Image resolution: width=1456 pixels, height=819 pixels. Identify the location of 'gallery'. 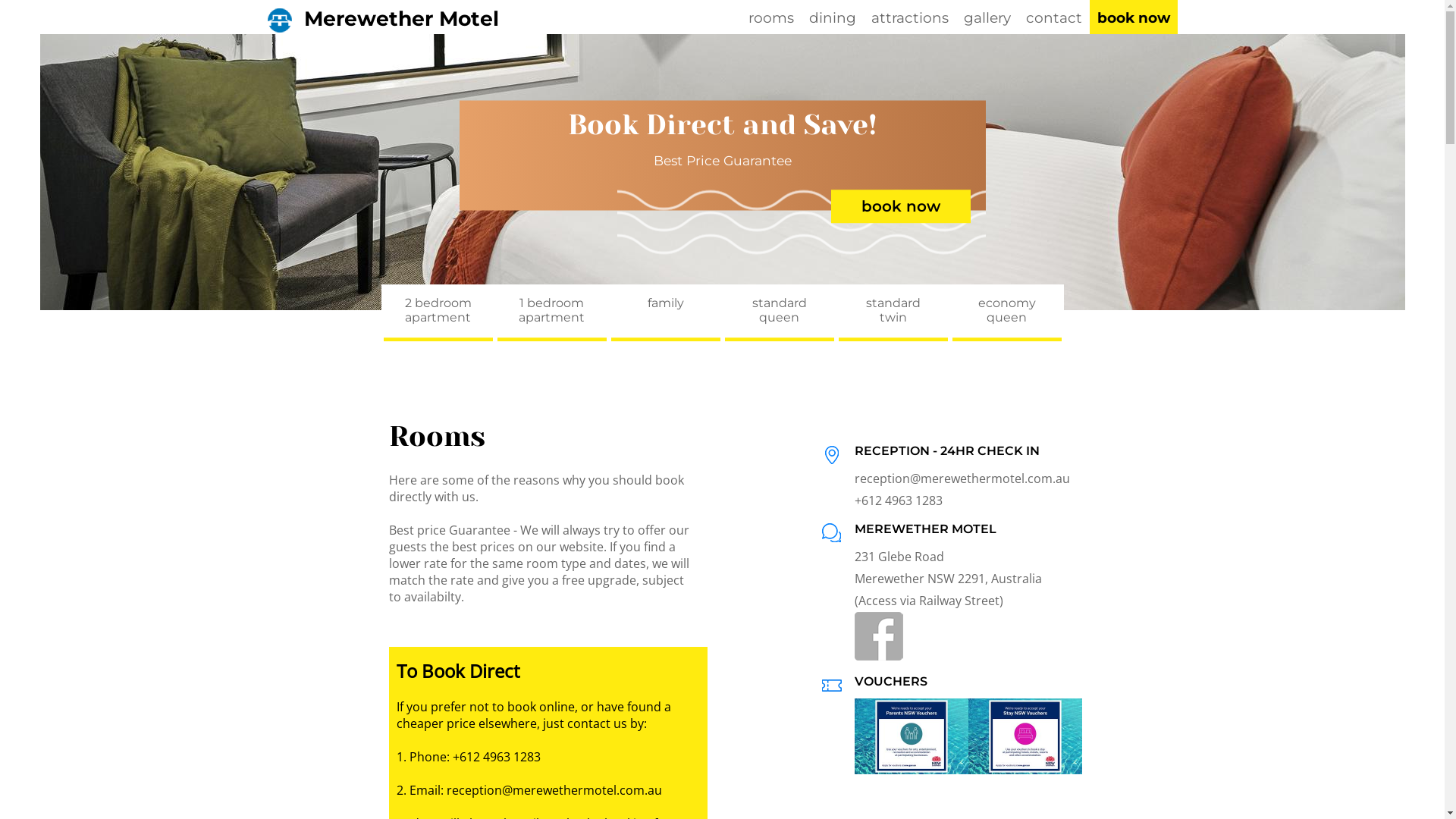
(986, 17).